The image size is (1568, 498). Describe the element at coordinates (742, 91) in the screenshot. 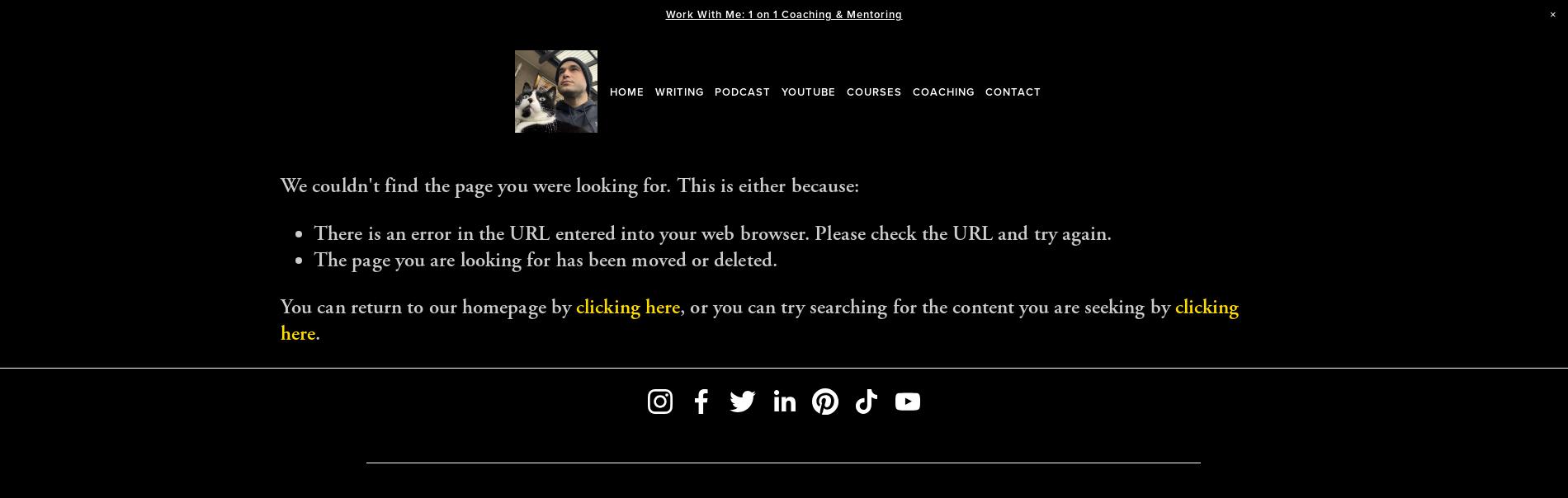

I see `'Podcast'` at that location.